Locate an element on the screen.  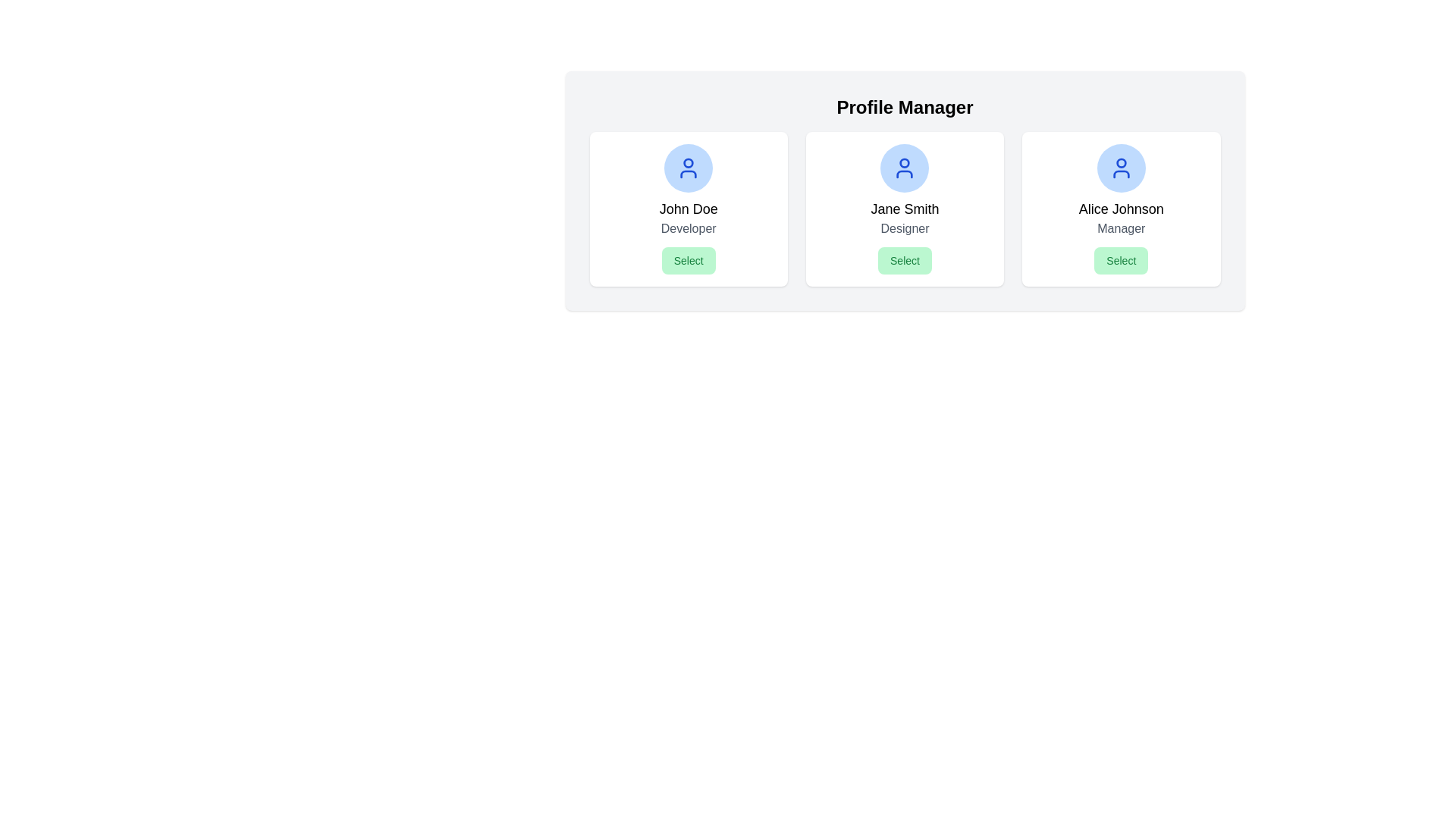
the 'Select' button at the bottom of Alice Johnson's profile card is located at coordinates (1121, 259).